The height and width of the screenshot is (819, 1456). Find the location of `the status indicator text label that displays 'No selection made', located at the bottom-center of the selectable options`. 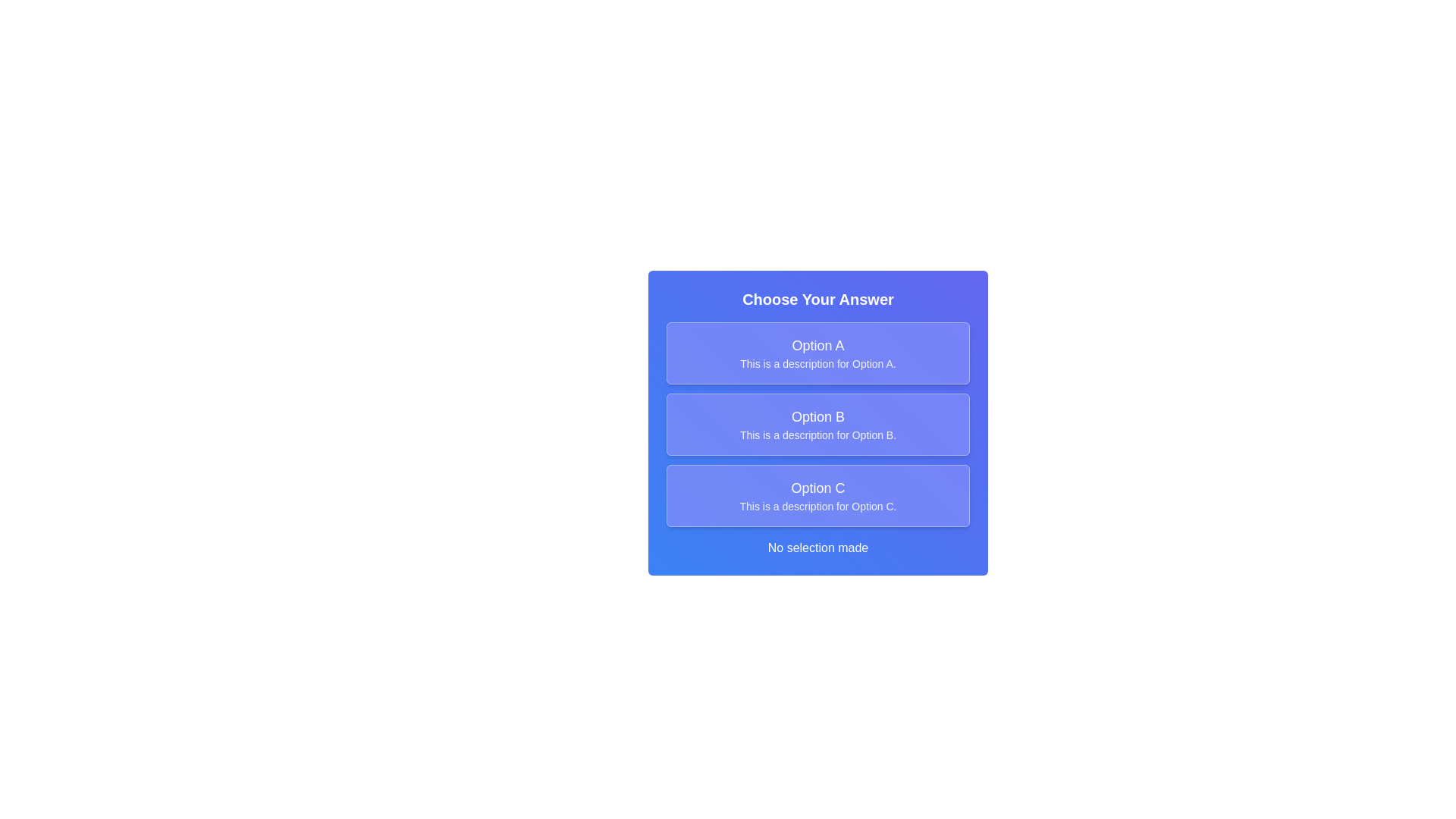

the status indicator text label that displays 'No selection made', located at the bottom-center of the selectable options is located at coordinates (817, 548).